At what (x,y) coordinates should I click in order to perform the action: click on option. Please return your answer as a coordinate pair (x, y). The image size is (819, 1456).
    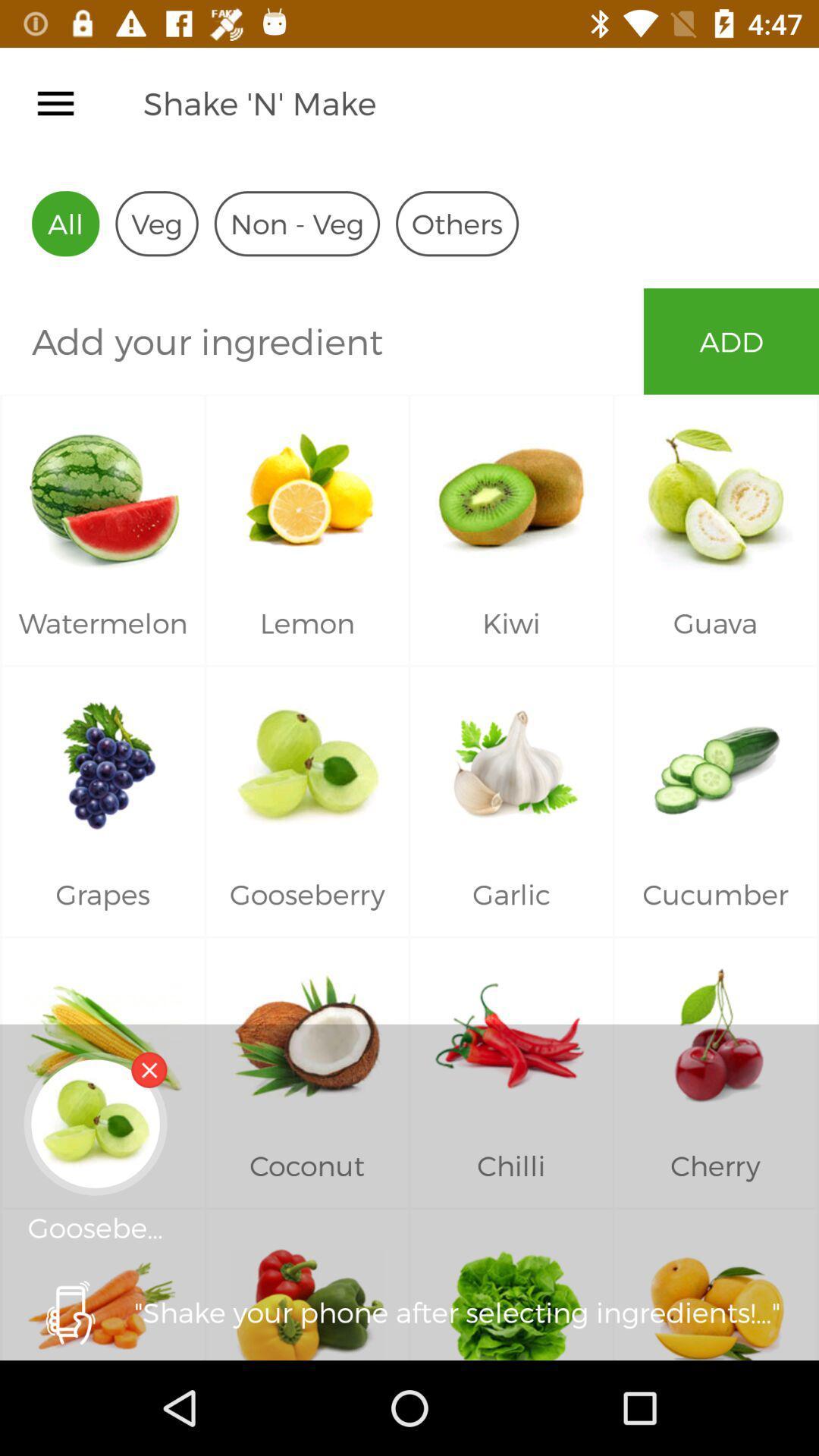
    Looking at the image, I should click on (55, 102).